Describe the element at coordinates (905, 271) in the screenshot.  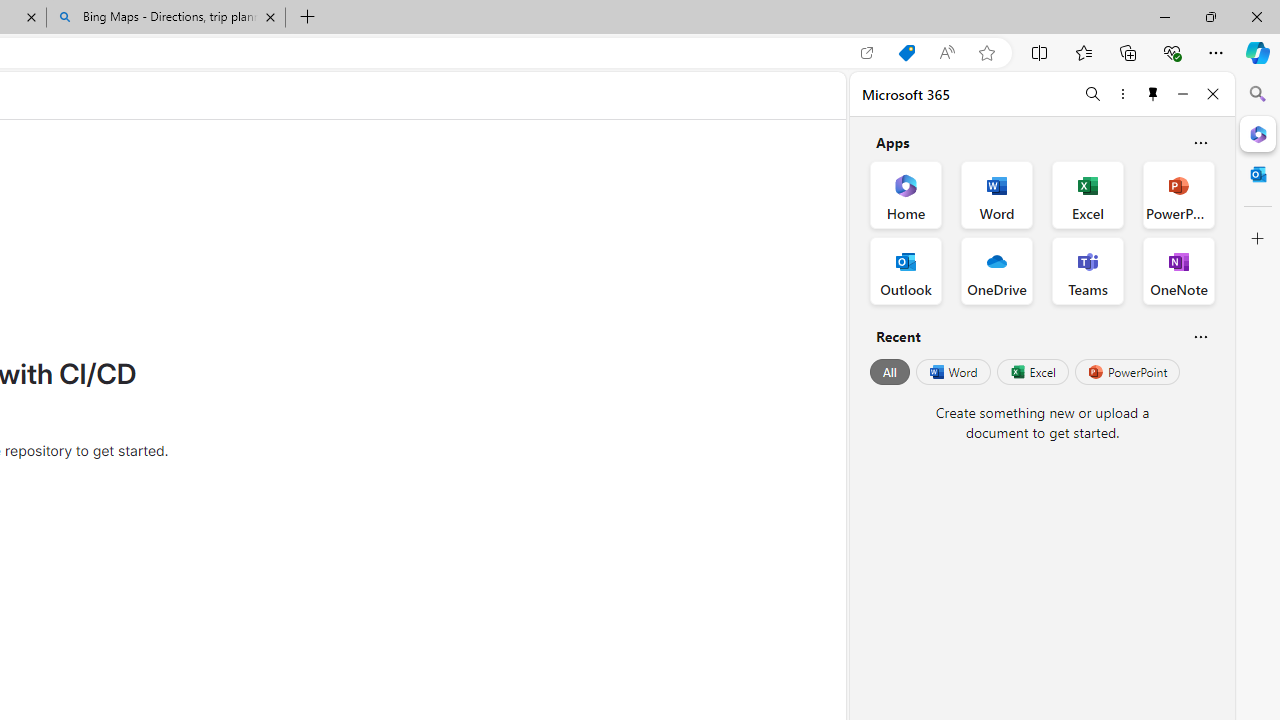
I see `'Outlook Office App'` at that location.